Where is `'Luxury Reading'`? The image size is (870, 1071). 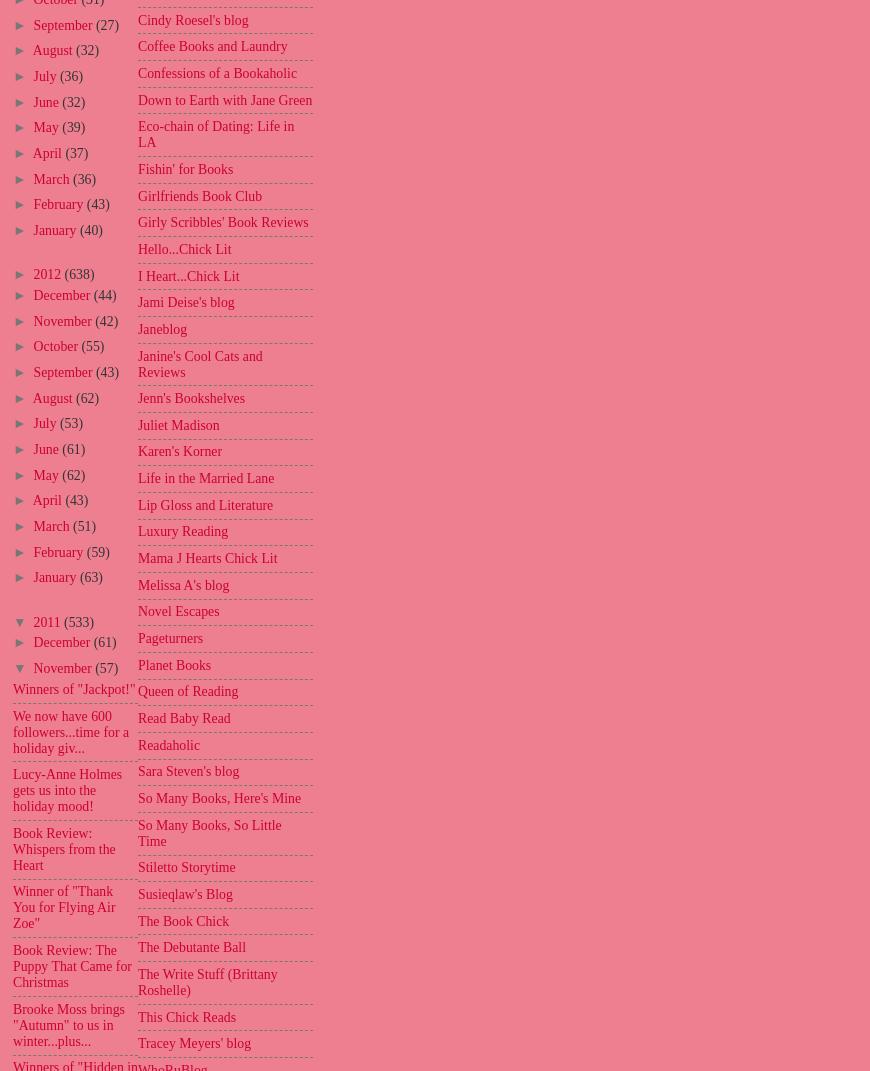
'Luxury Reading' is located at coordinates (181, 530).